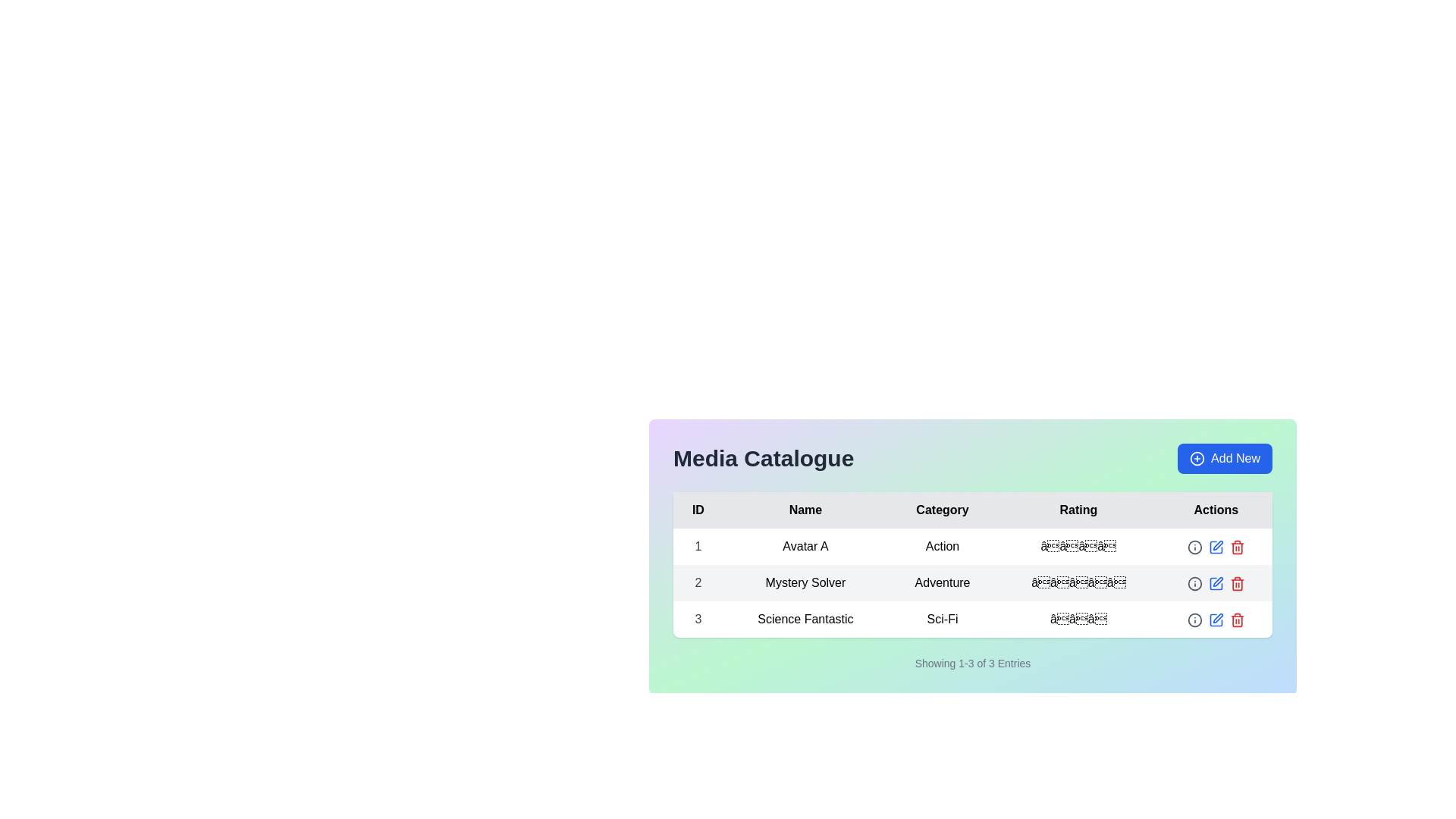  Describe the element at coordinates (1237, 547) in the screenshot. I see `the red trash icon button in the 'Actions' column of the table to invoke the delete action for 'Avatar A'` at that location.